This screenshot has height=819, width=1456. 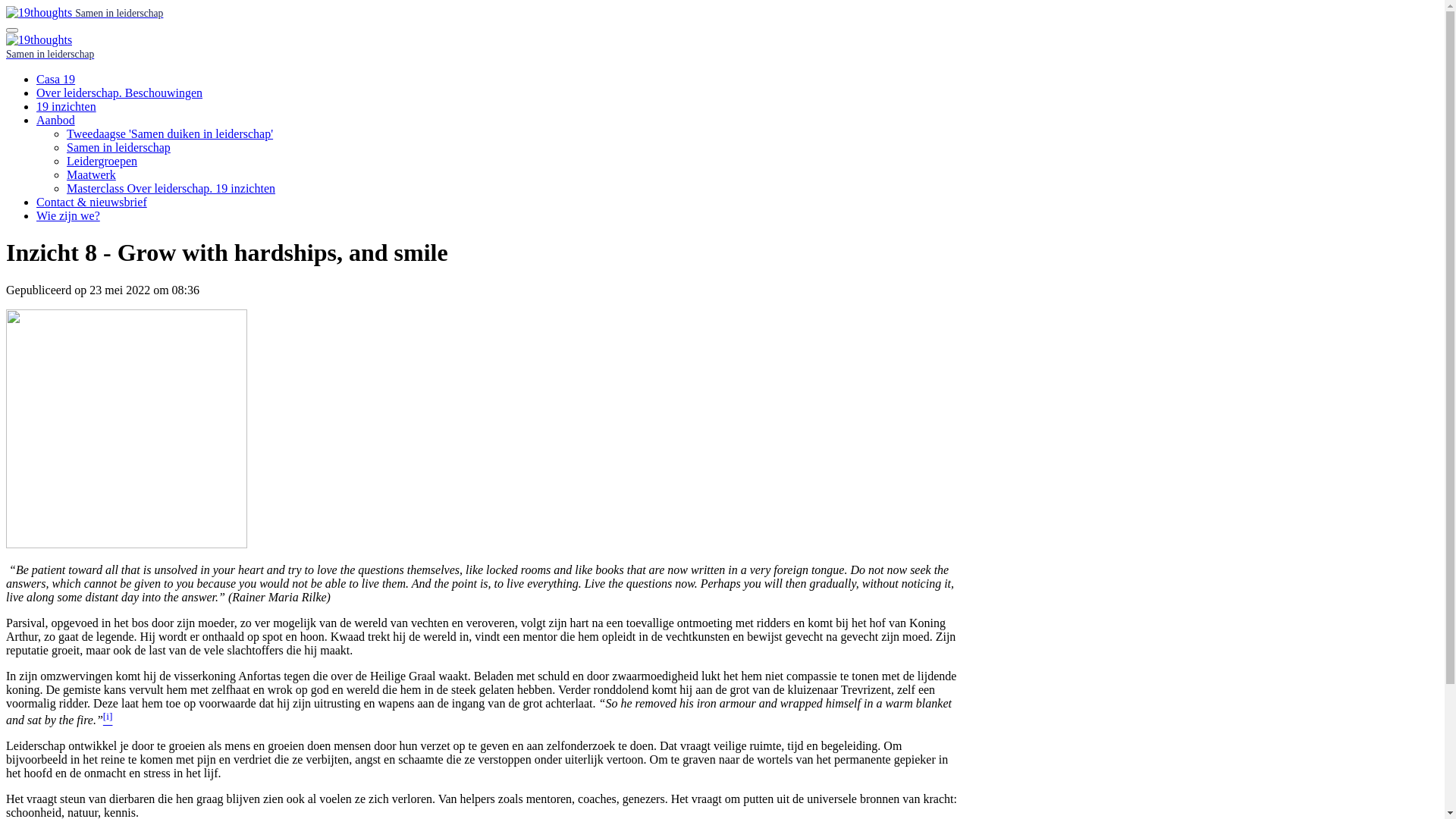 I want to click on 'Samen in leiderschap', so click(x=6, y=52).